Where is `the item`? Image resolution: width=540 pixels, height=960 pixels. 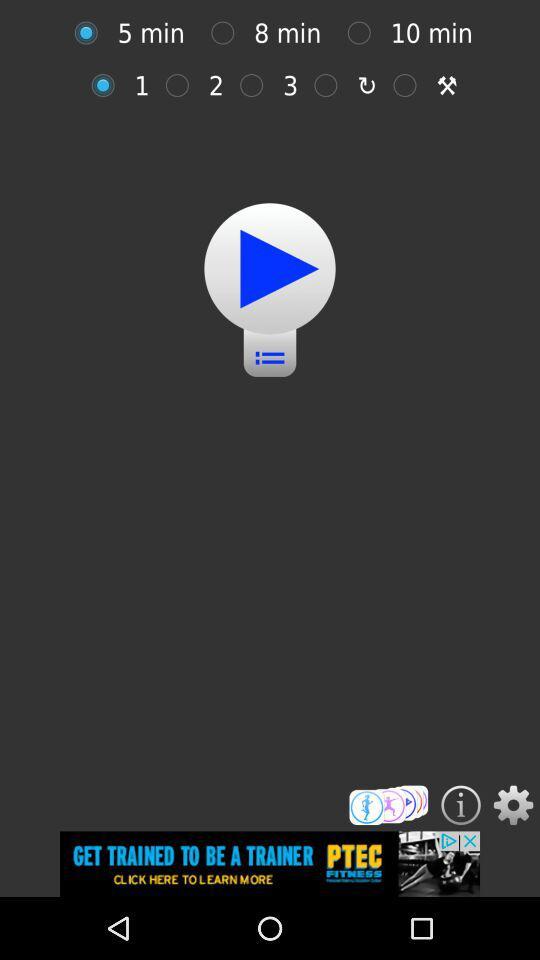 the item is located at coordinates (270, 267).